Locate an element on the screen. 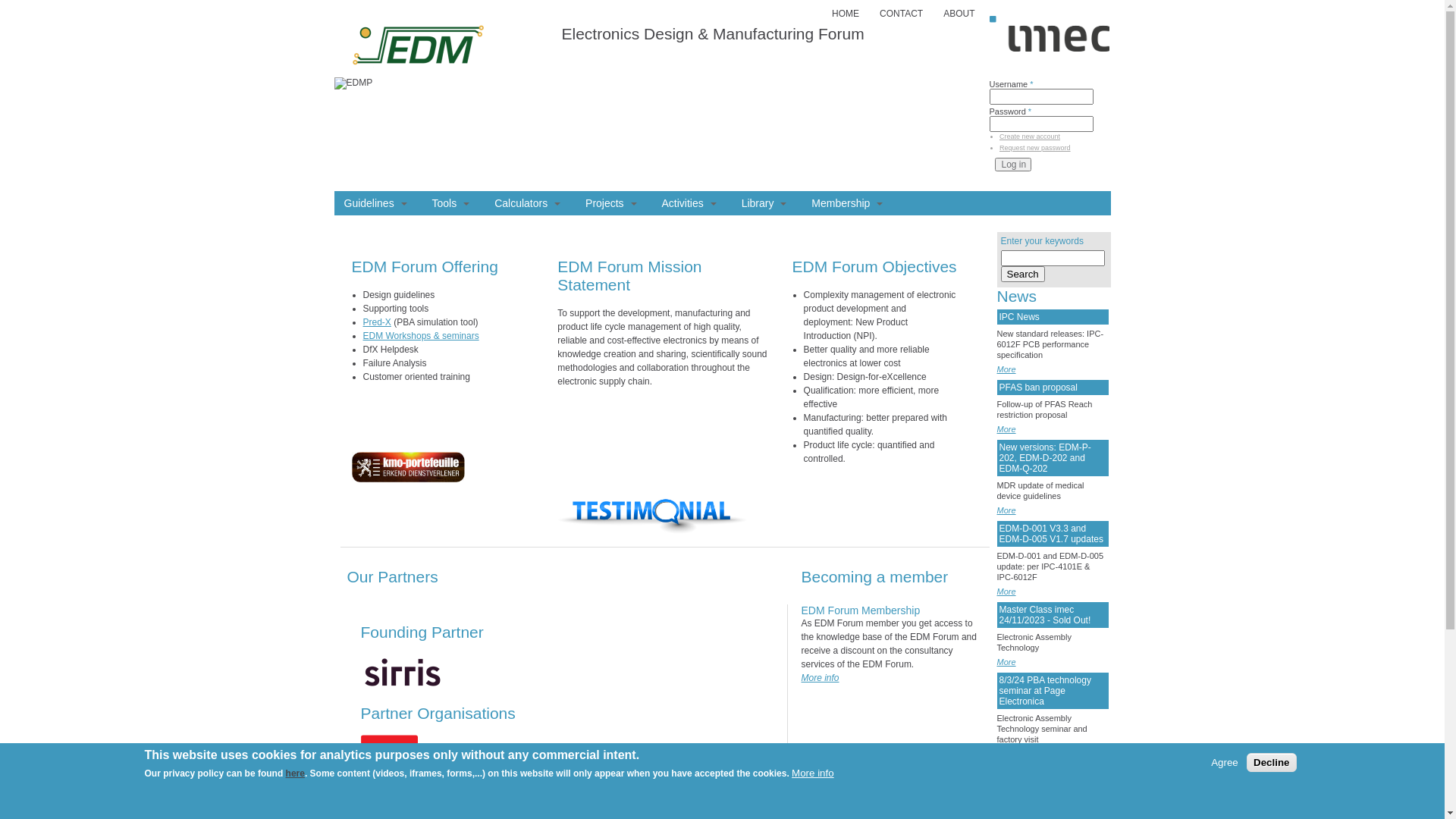 This screenshot has height=819, width=1456. 'More' is located at coordinates (1006, 661).